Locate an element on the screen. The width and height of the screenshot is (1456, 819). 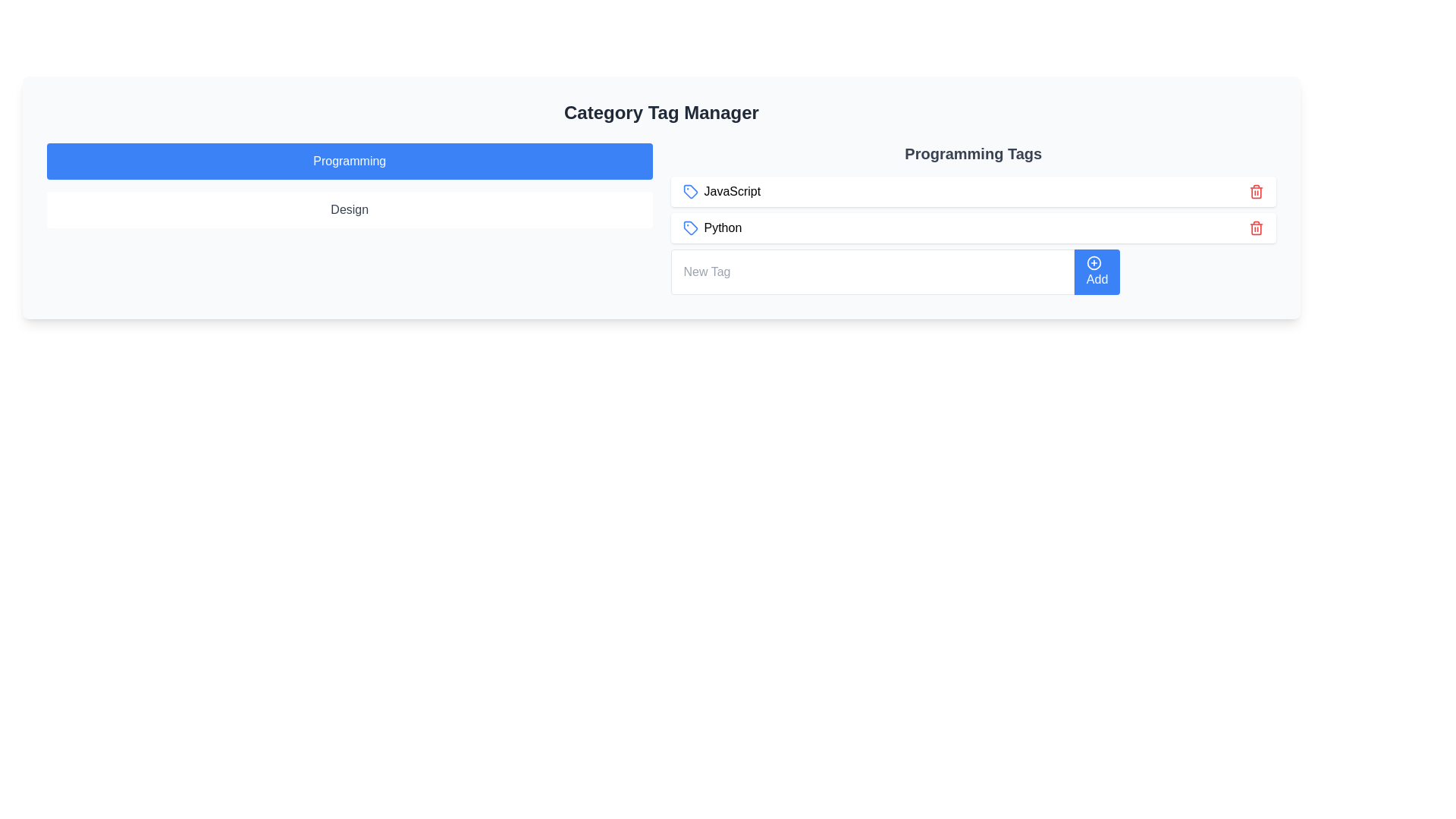
the second programming tag labeled 'Python' in the 'Programming Tags' section is located at coordinates (973, 227).